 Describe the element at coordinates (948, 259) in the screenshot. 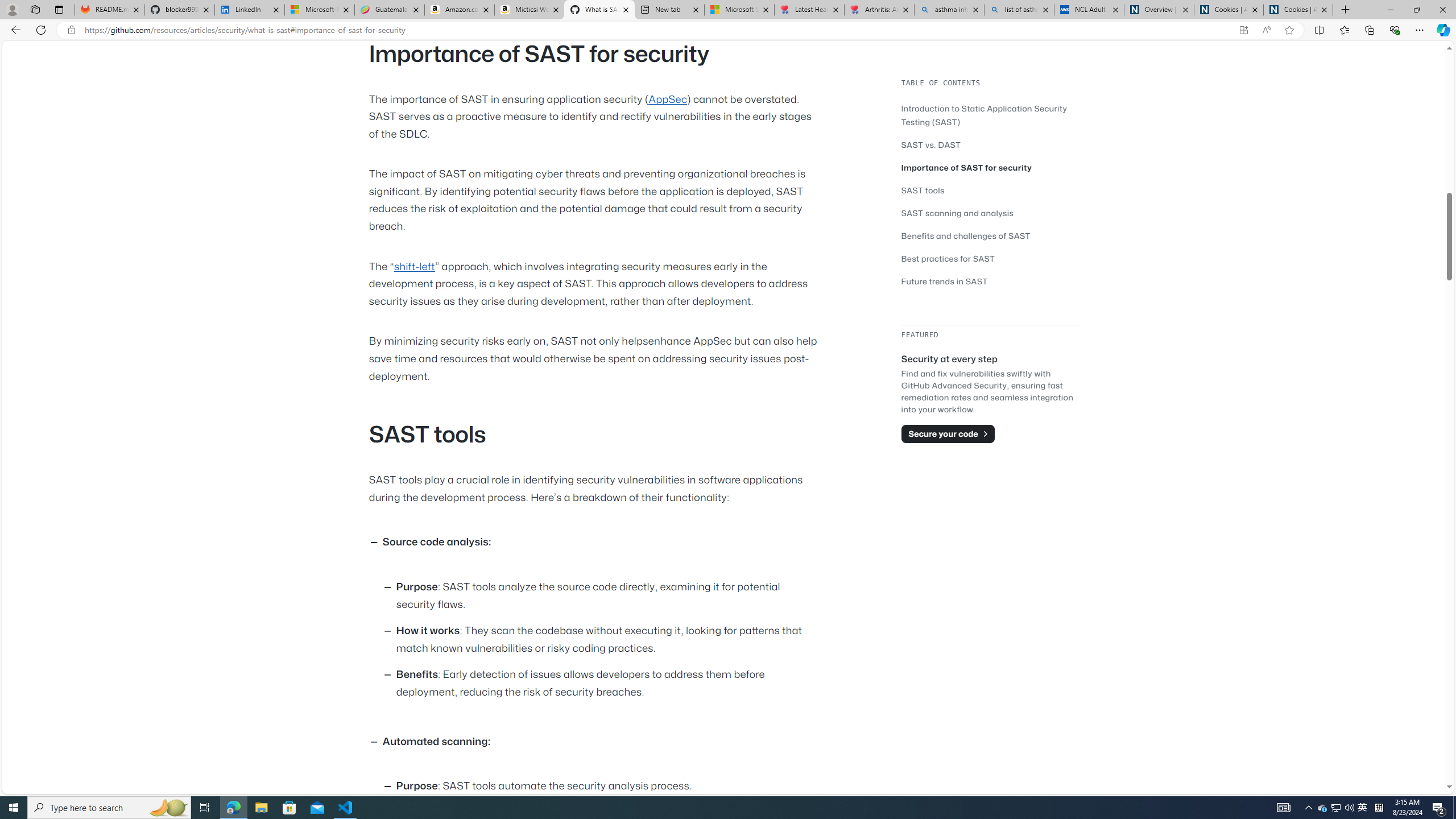

I see `'Best practices for SAST'` at that location.